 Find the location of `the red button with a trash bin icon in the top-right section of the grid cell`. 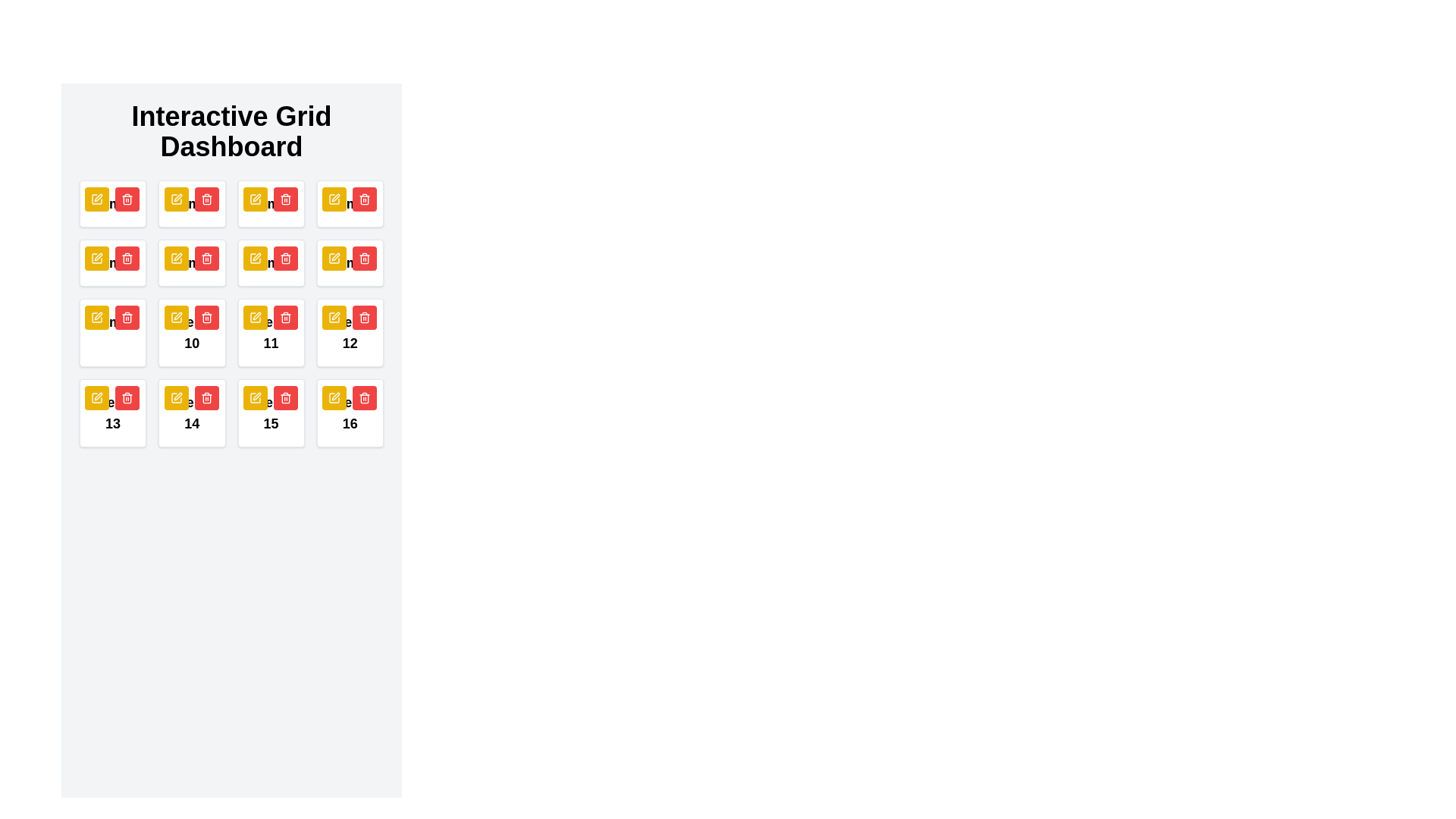

the red button with a trash bin icon in the top-right section of the grid cell is located at coordinates (127, 198).